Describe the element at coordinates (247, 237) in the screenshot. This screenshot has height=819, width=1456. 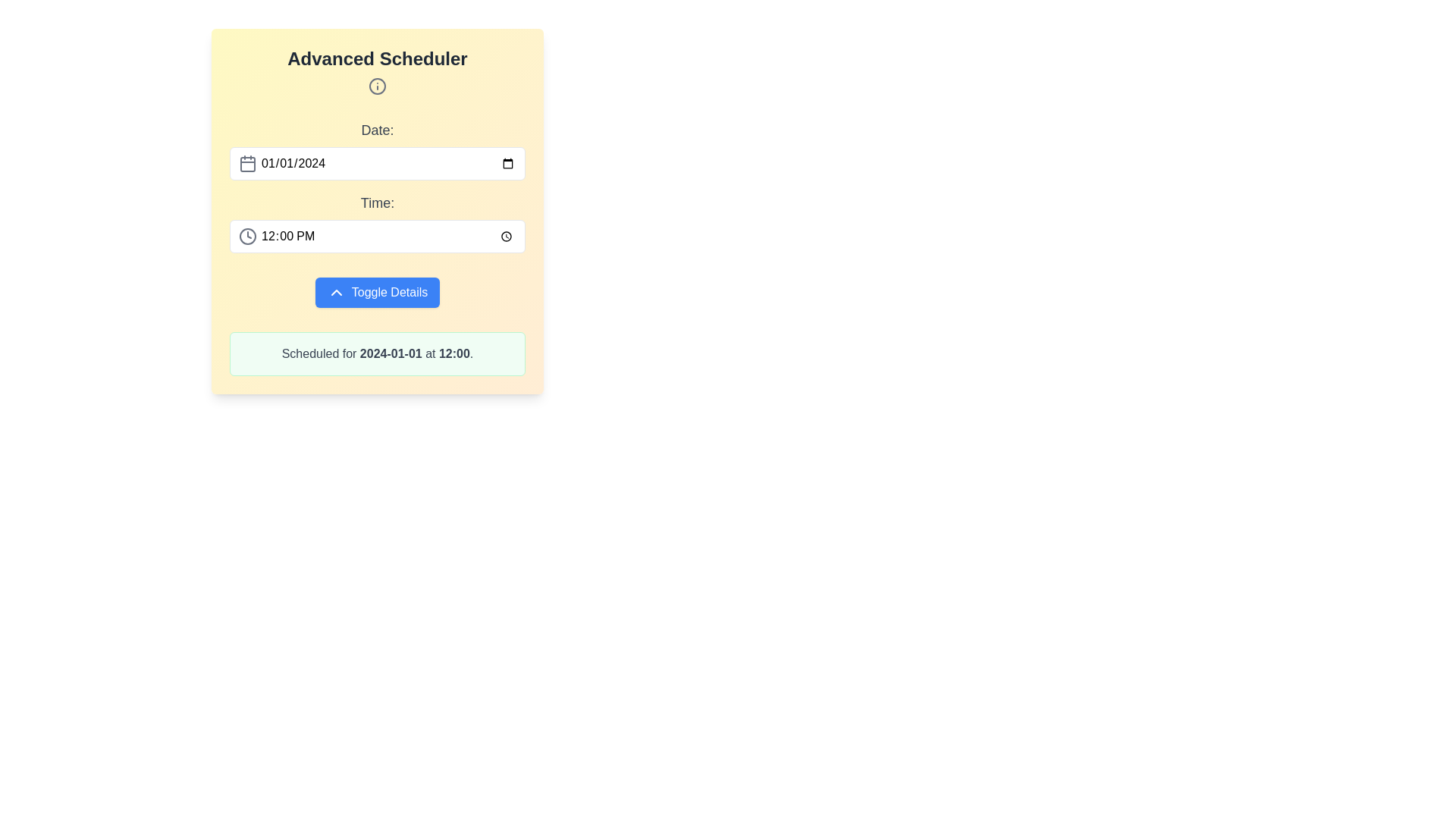
I see `the circular clock icon located to the left of the '12:00 PM' time input field within its white card interface` at that location.